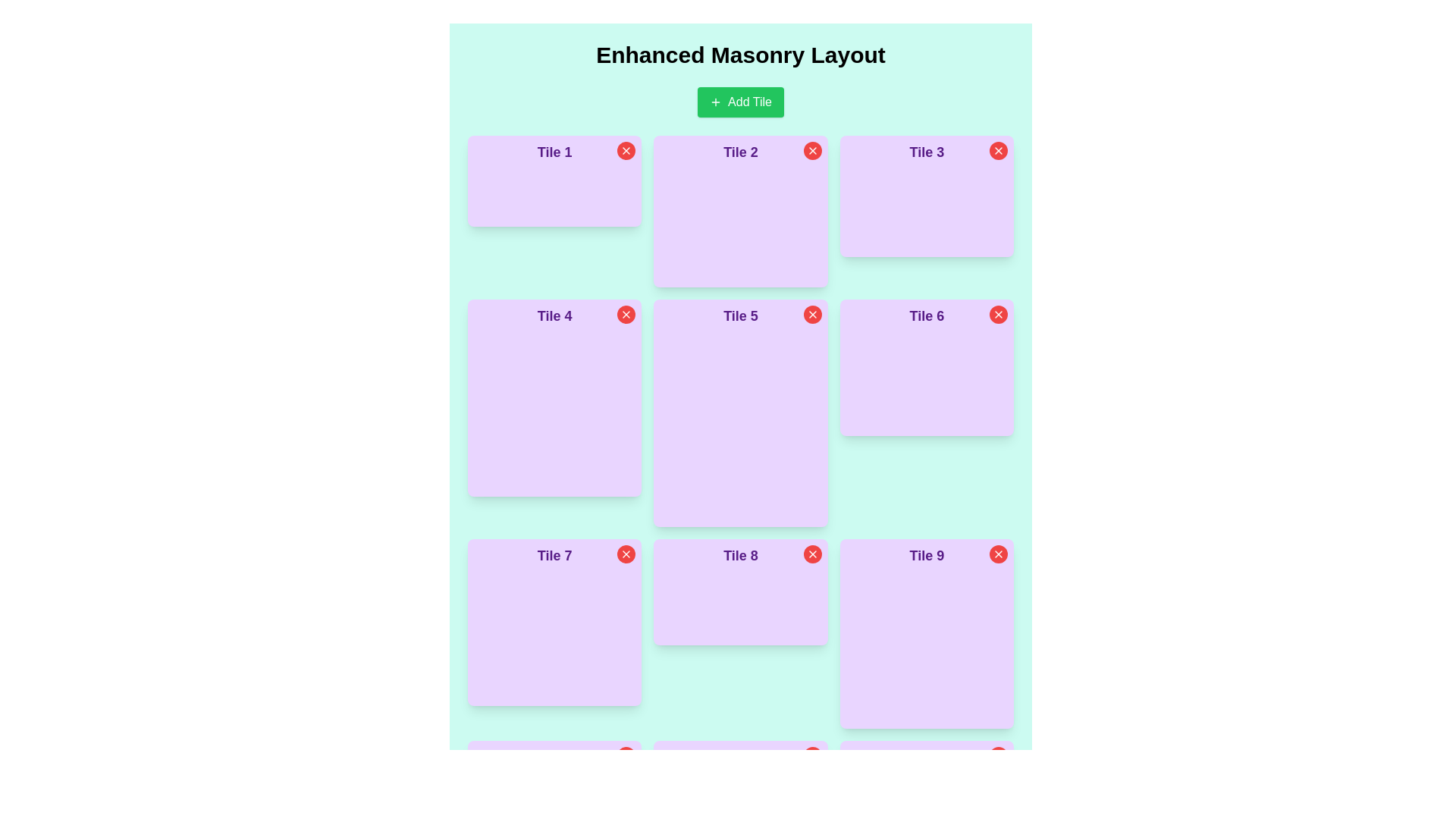 This screenshot has width=1456, height=819. I want to click on the circular red button with a white 'X' icon located at the top-right corner of the box labeled 'Tile 4', so click(626, 314).